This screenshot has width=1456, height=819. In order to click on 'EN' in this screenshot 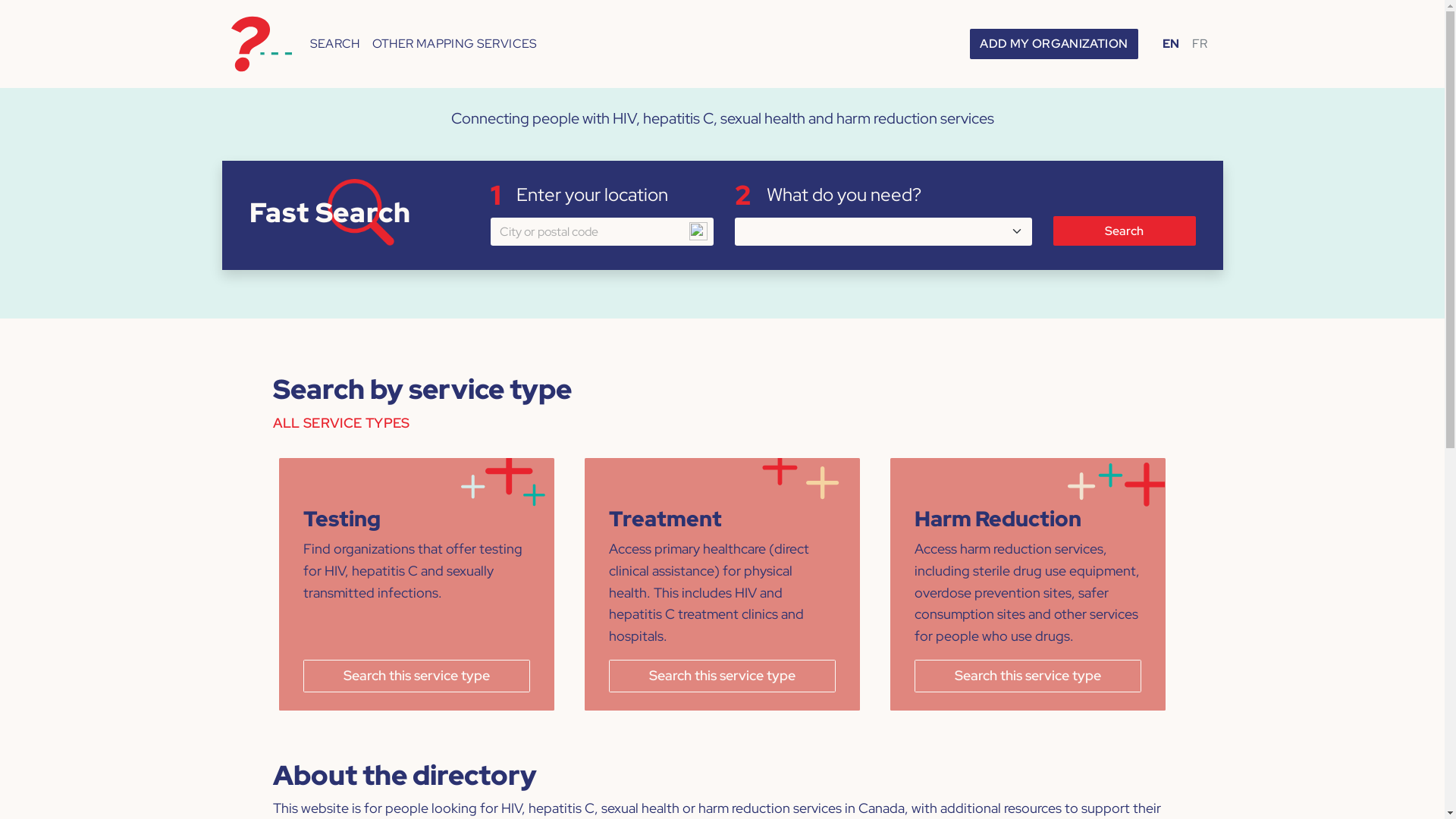, I will do `click(1156, 42)`.